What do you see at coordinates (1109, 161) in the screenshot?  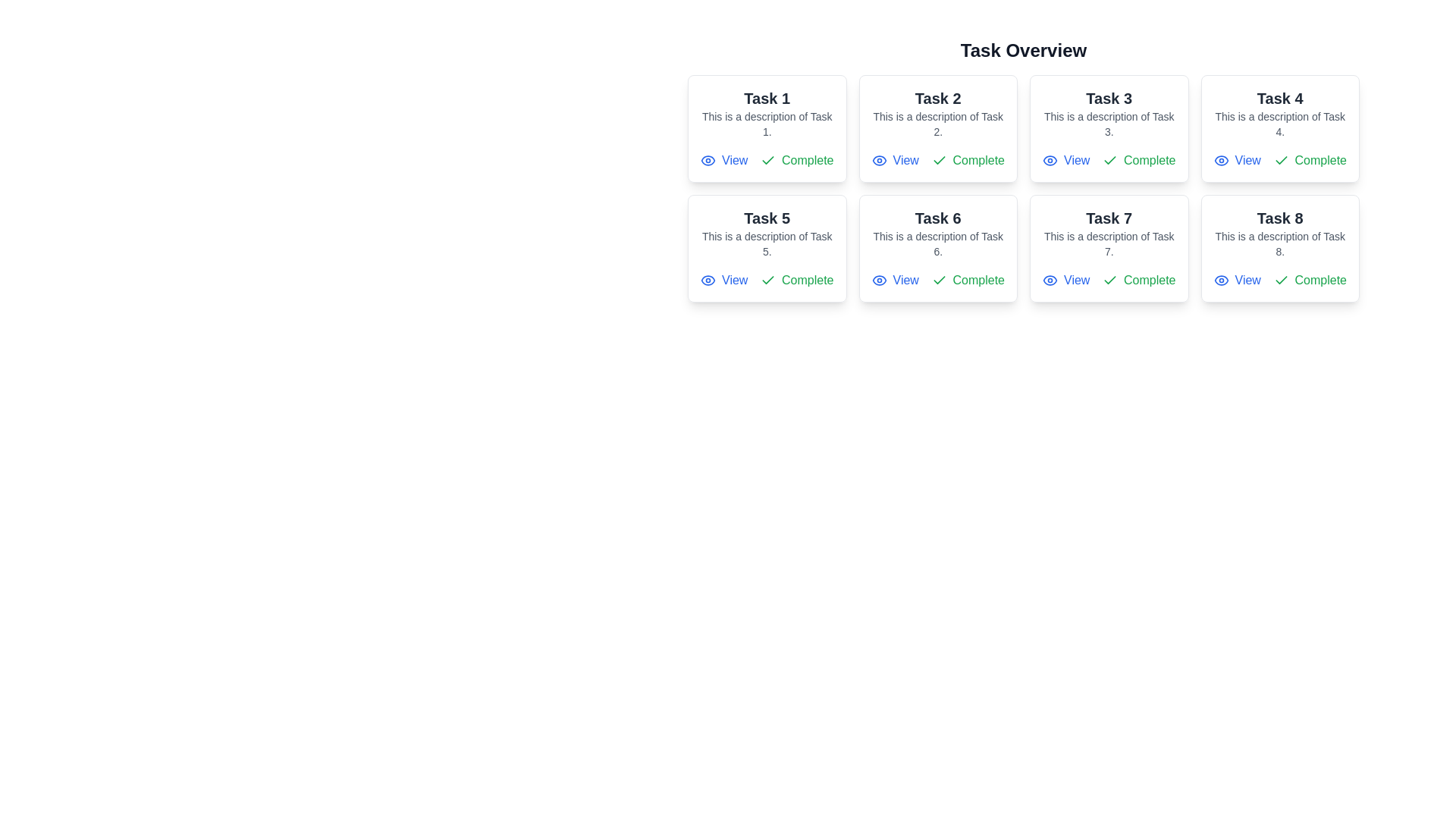 I see `the button group located at the bottom-right corner of the 'Task 3' card to trigger potential visual feedback` at bounding box center [1109, 161].